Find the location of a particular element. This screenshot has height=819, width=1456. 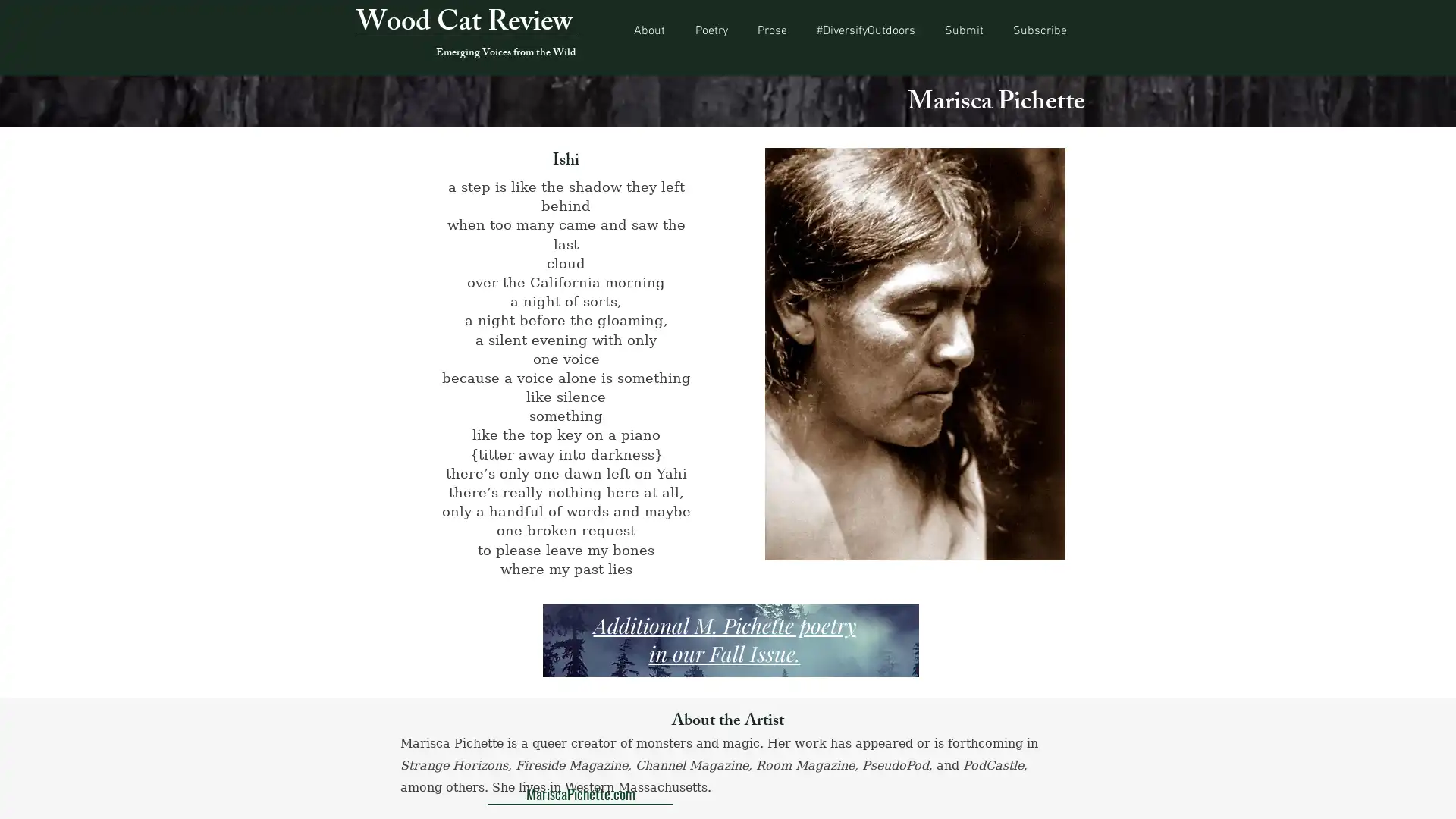

Settings is located at coordinates (1312, 794).